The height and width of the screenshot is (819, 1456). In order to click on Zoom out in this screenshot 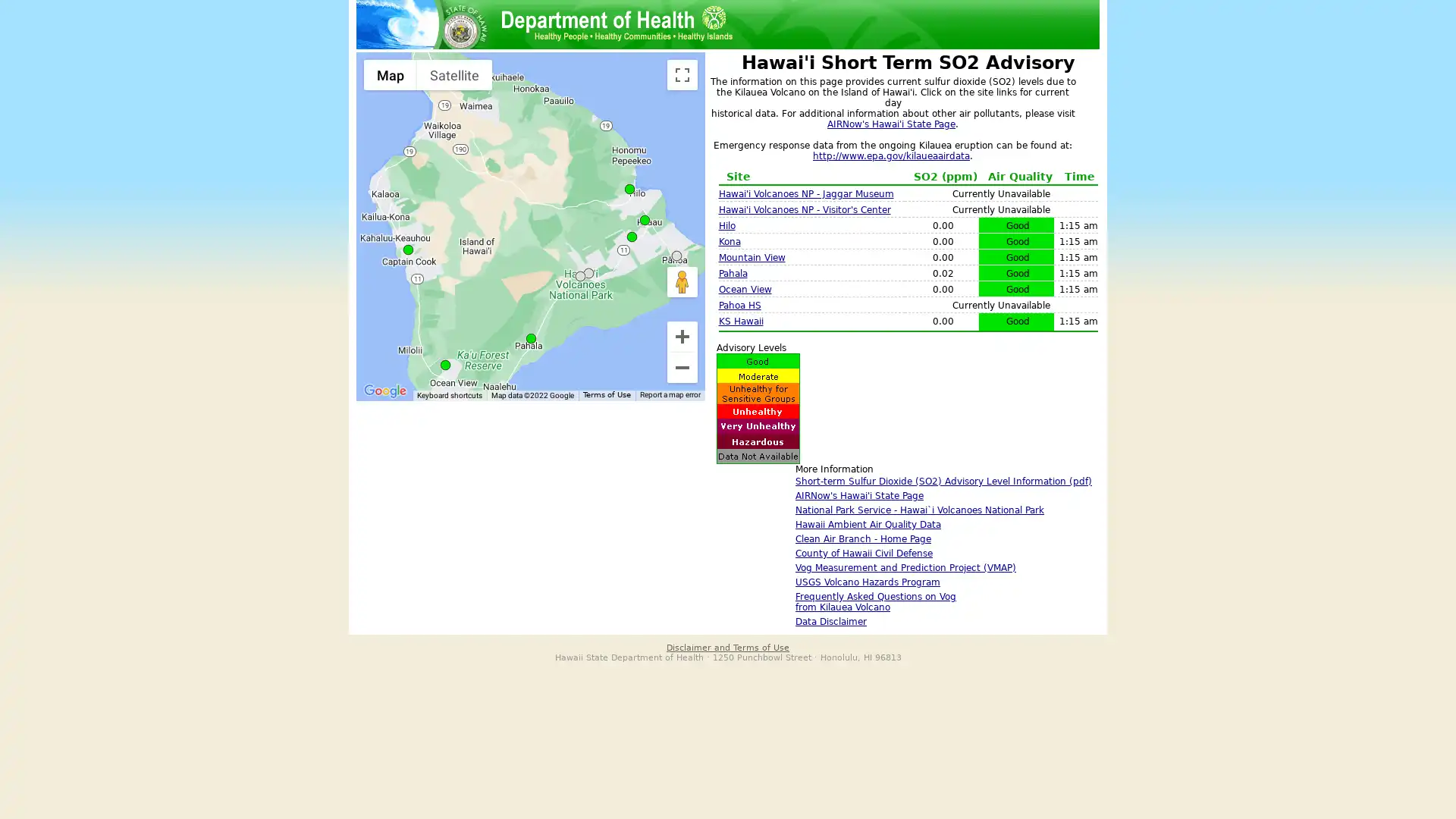, I will do `click(682, 368)`.